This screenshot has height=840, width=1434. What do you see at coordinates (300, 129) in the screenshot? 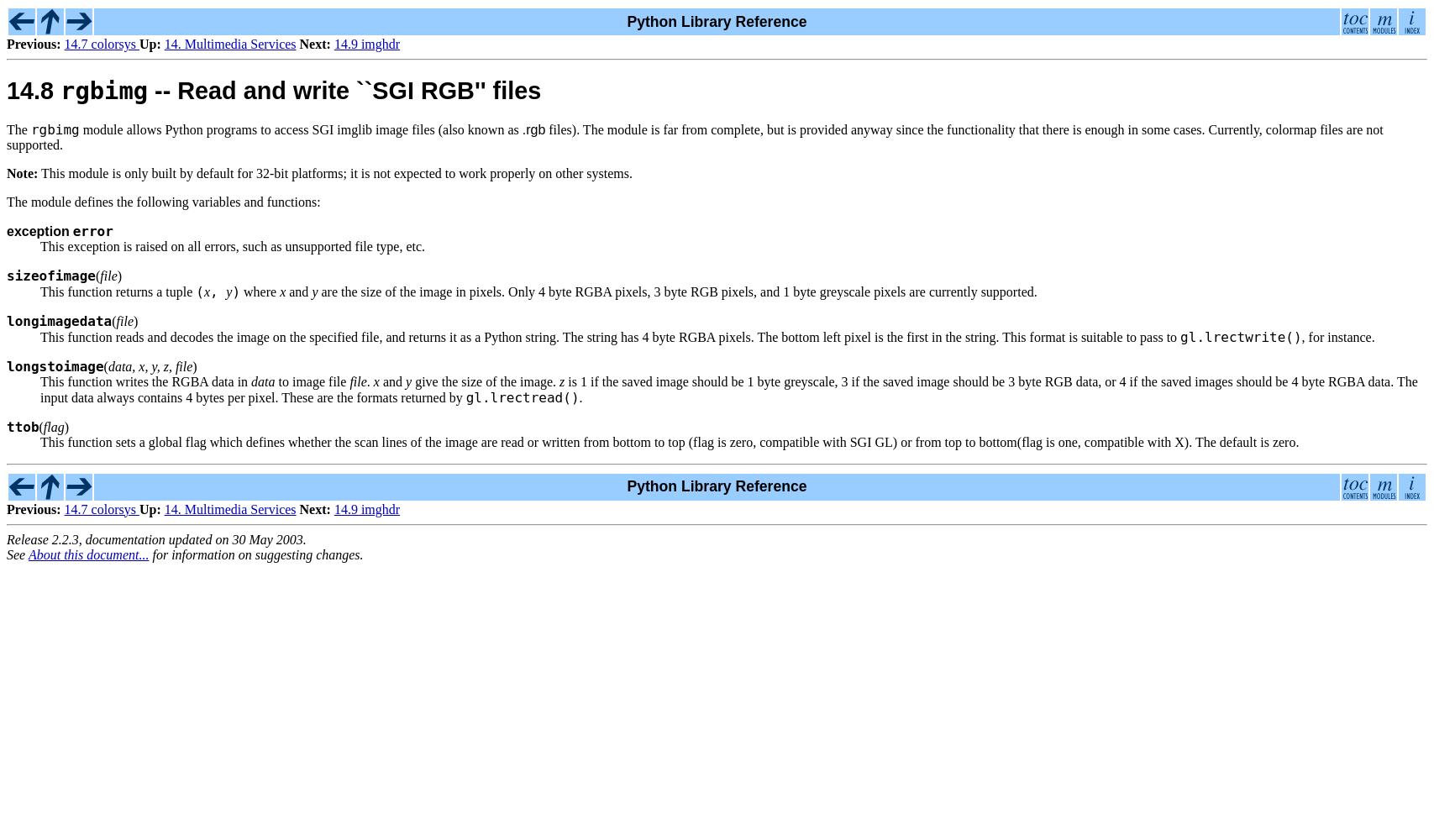
I see `'module allows Python programs to access SGI imglib image
files (also known as'` at bounding box center [300, 129].